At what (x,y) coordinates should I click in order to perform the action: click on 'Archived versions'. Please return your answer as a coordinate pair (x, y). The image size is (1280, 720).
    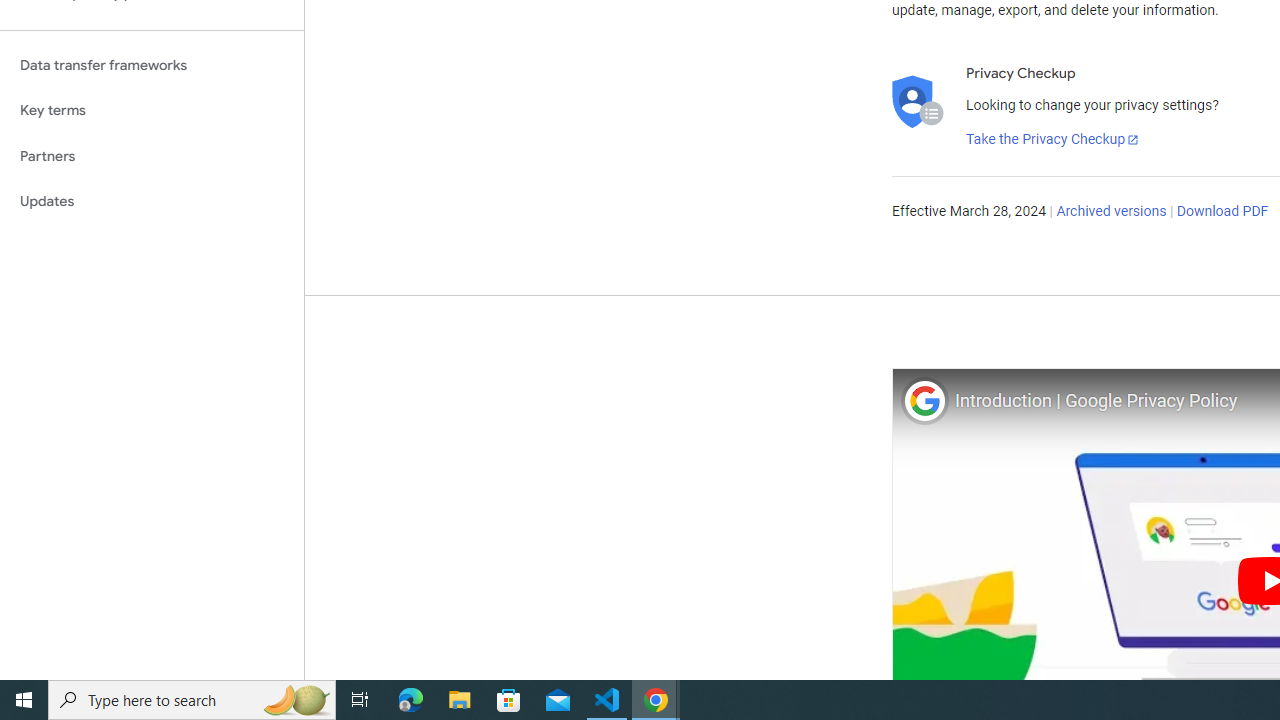
    Looking at the image, I should click on (1110, 212).